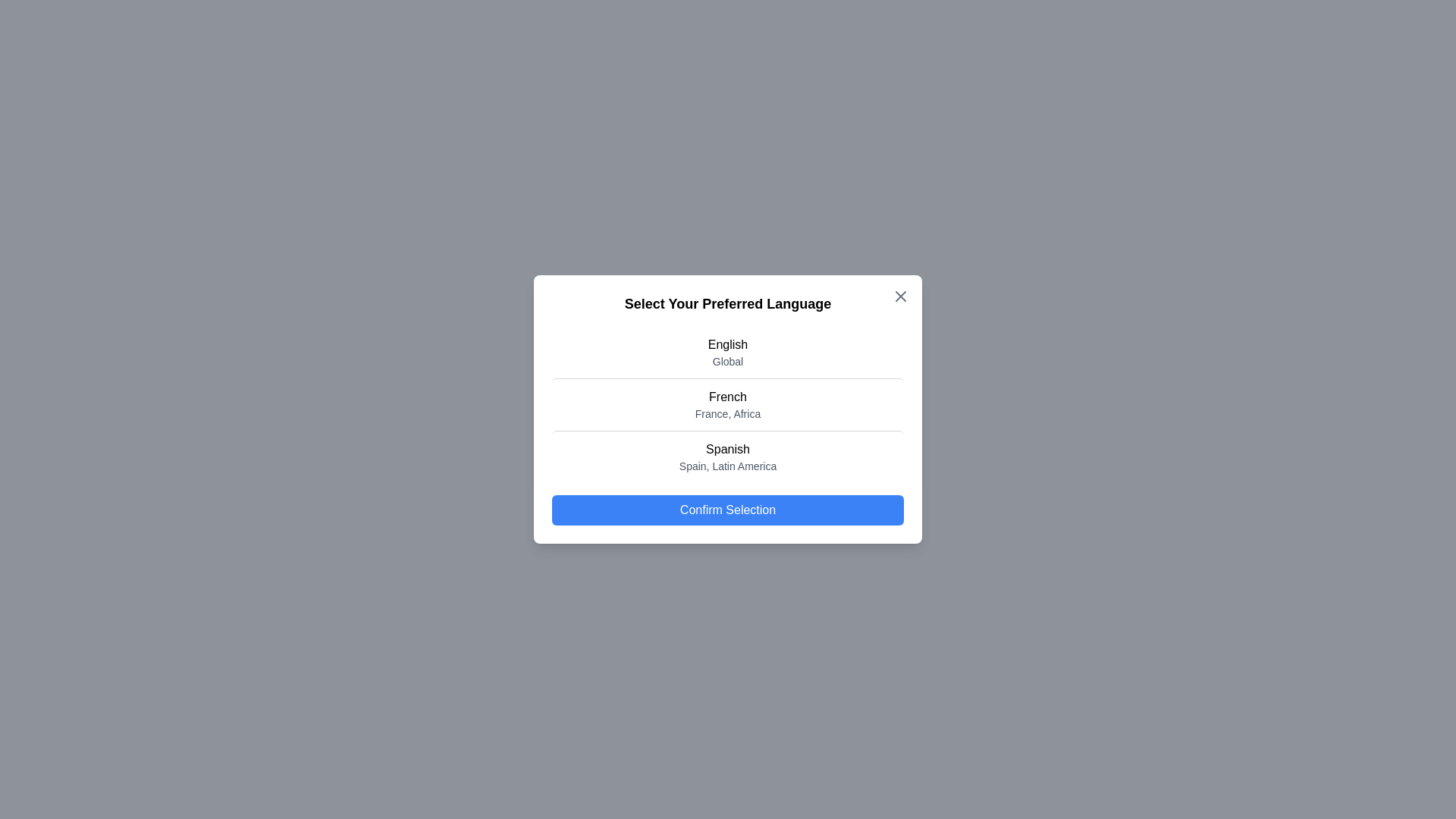  I want to click on the language French from the list, so click(728, 403).